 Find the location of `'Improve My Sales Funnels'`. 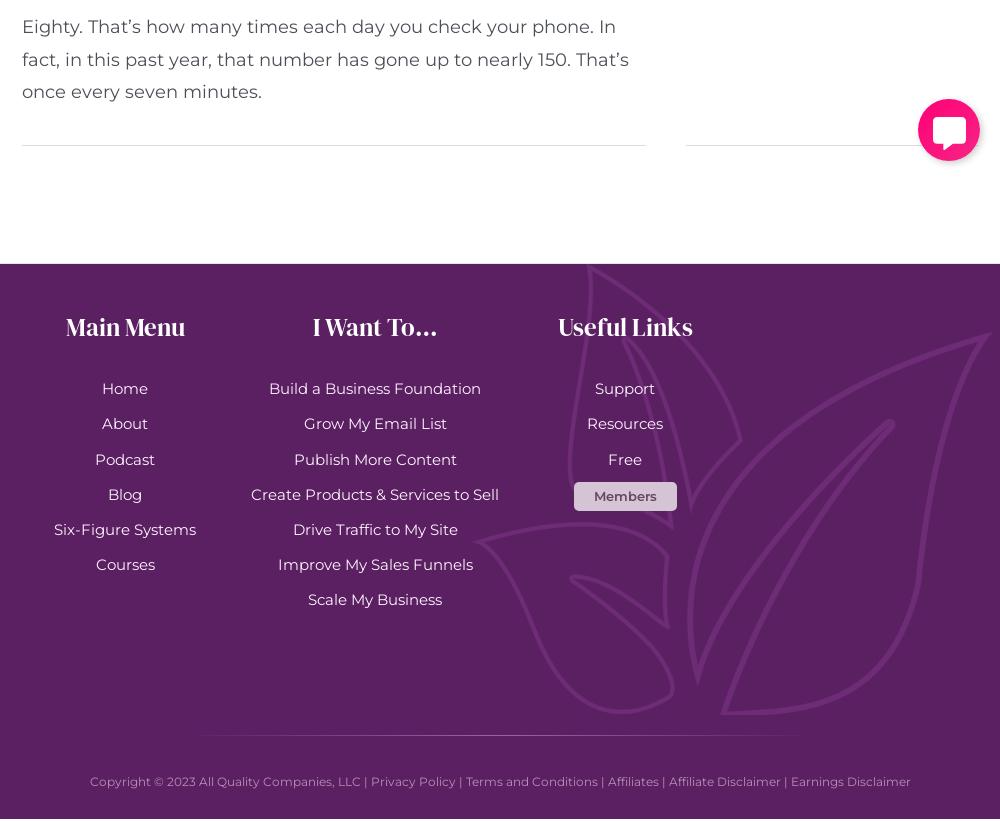

'Improve My Sales Funnels' is located at coordinates (373, 563).